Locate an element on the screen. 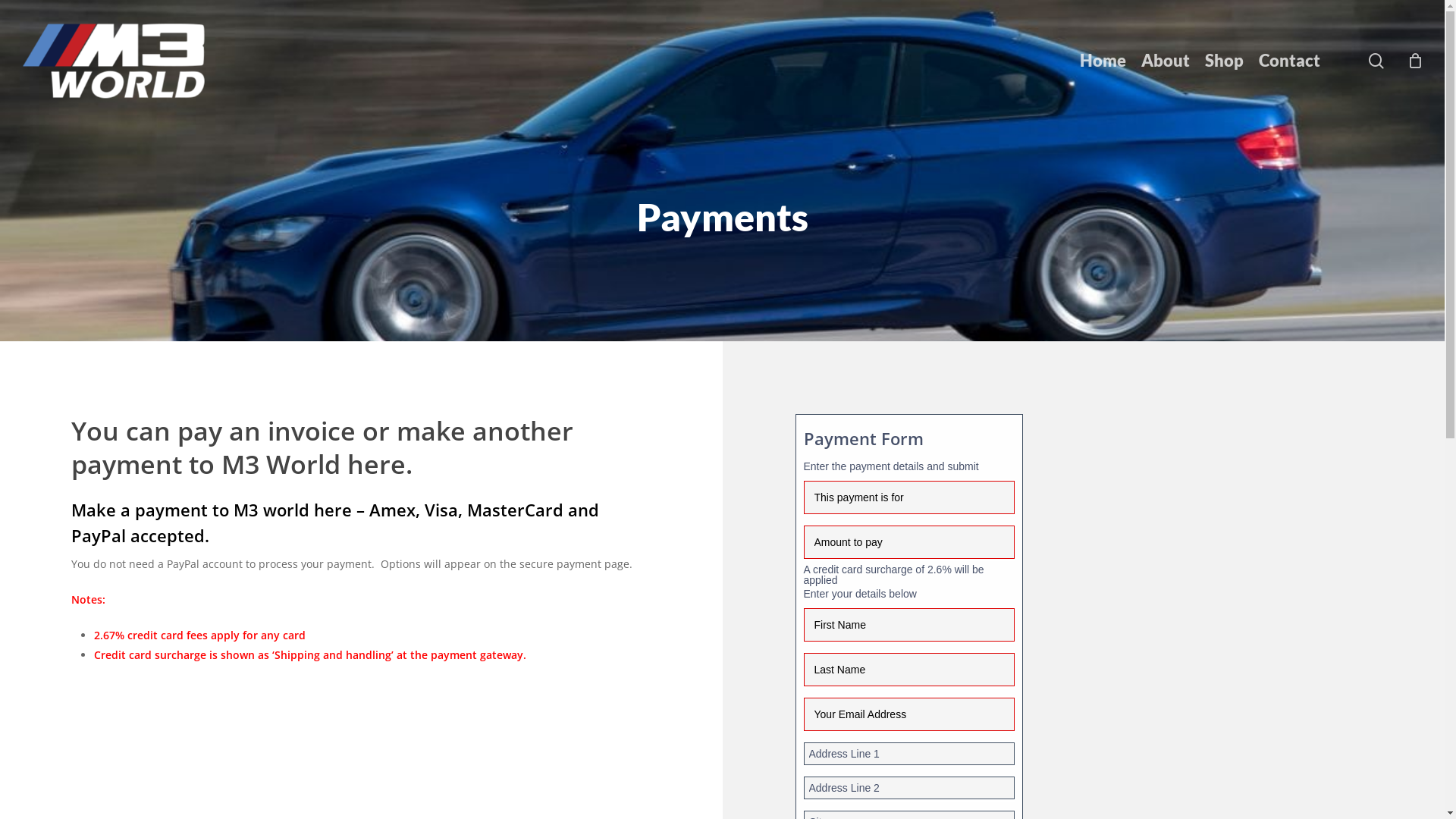 The image size is (1456, 819). 'Contact' is located at coordinates (1288, 60).